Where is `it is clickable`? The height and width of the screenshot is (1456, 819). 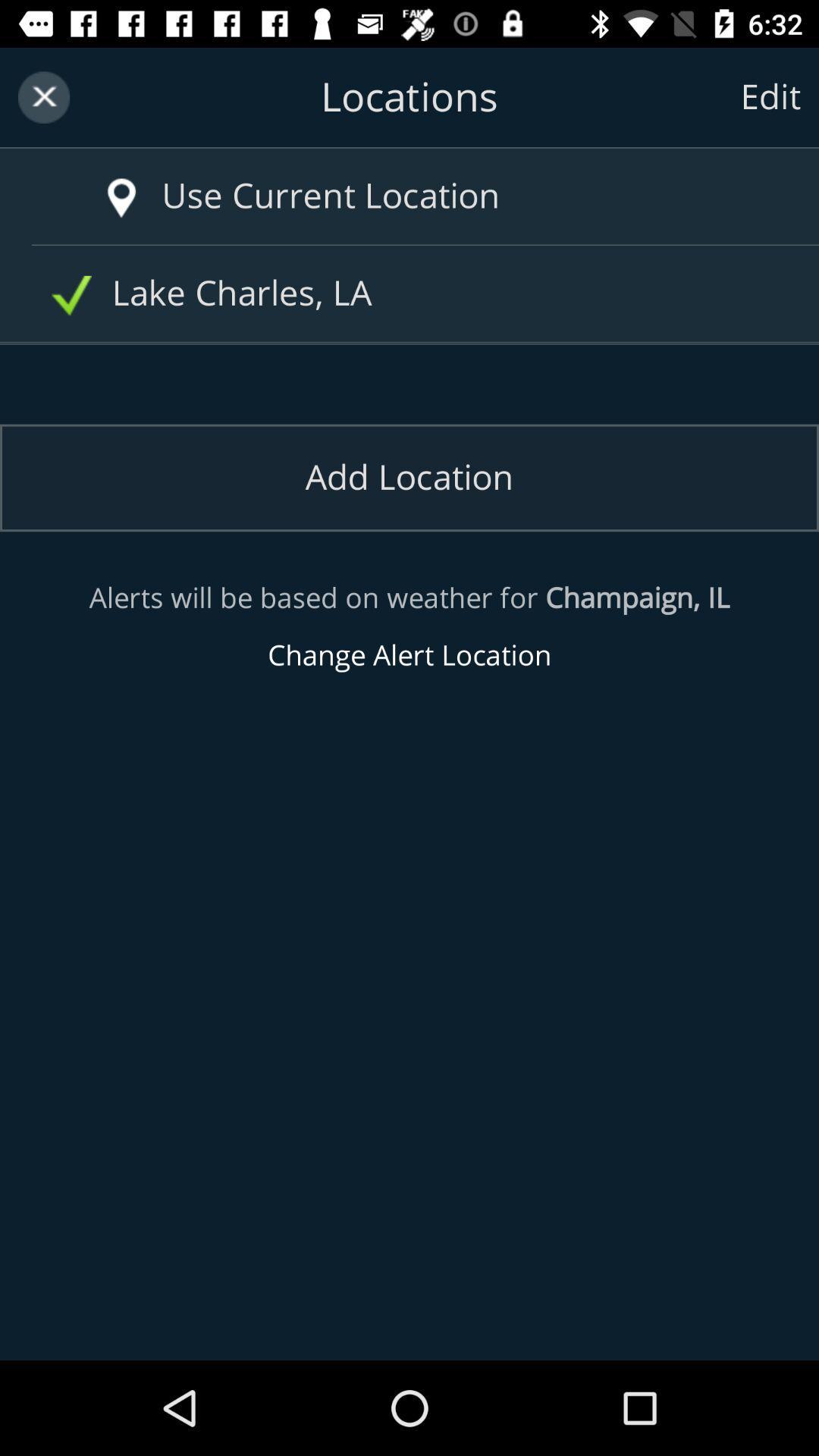
it is clickable is located at coordinates (121, 198).